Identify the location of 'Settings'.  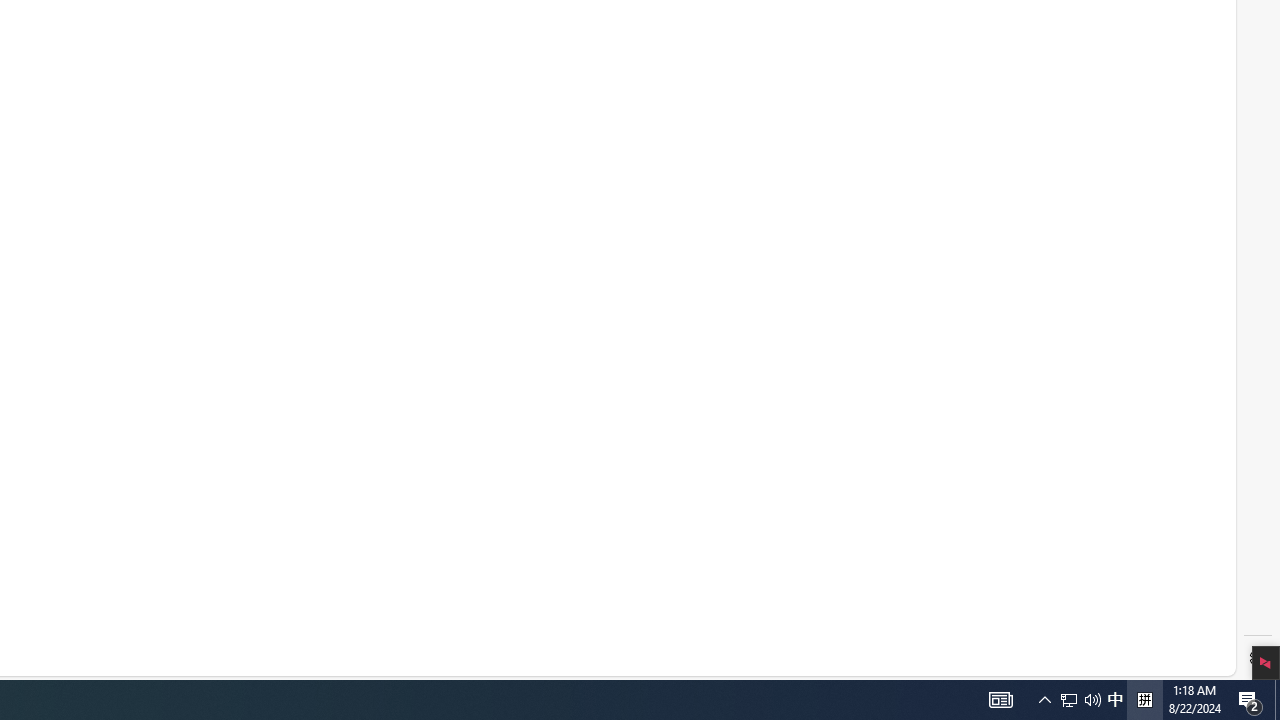
(1257, 658).